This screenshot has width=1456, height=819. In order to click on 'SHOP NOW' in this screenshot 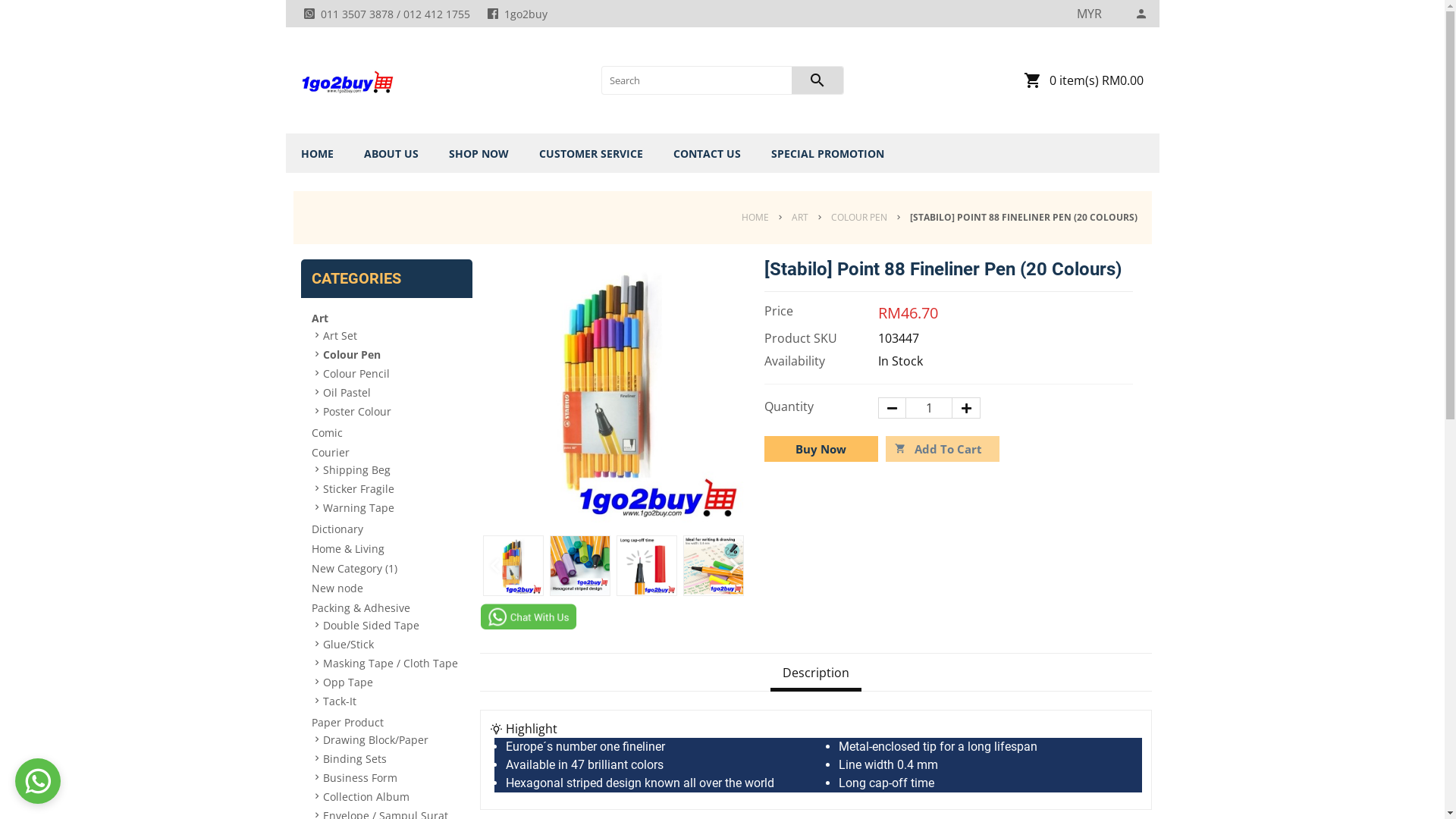, I will do `click(478, 153)`.